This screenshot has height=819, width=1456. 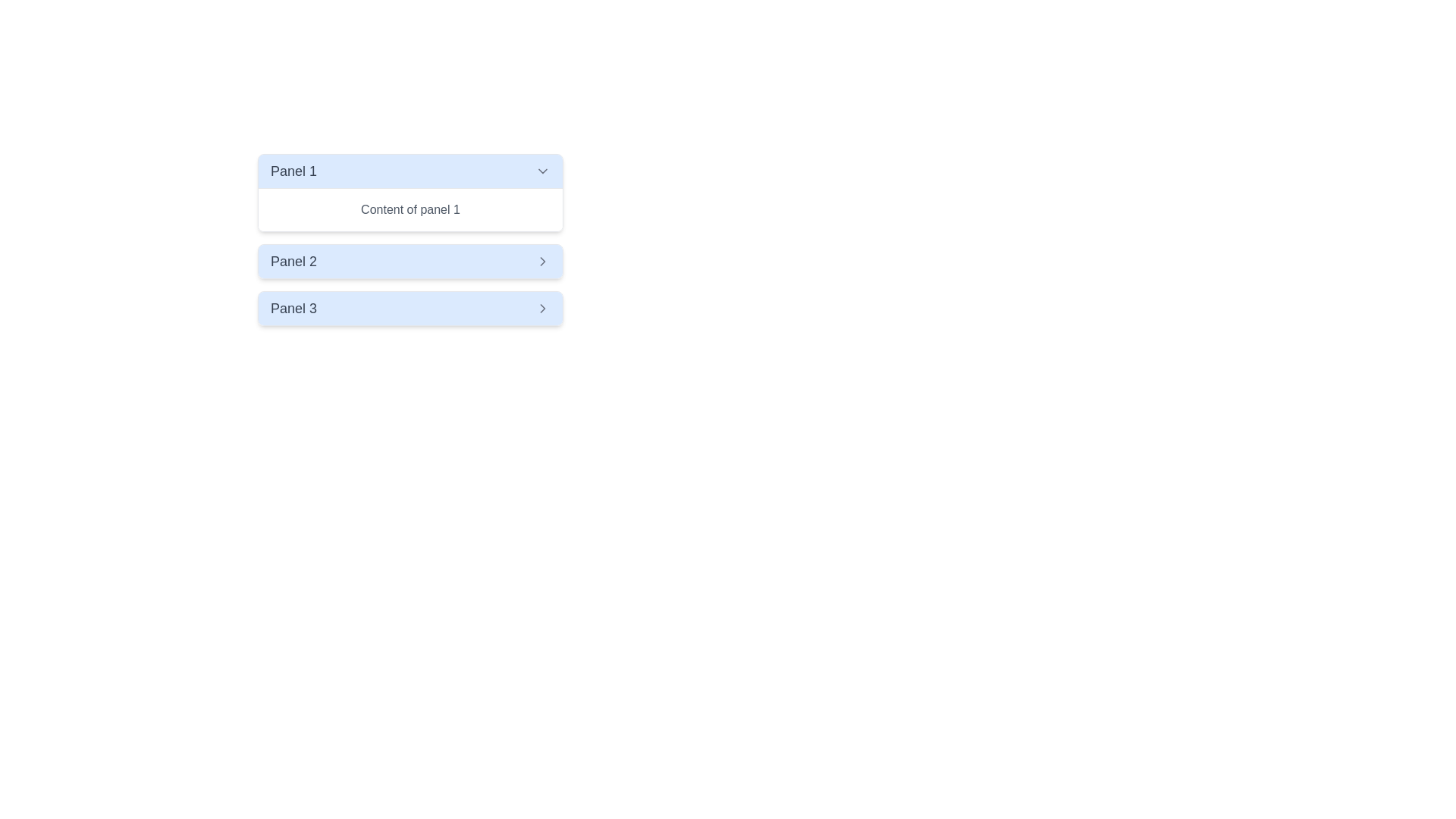 What do you see at coordinates (293, 171) in the screenshot?
I see `text label displaying 'Panel 1', which is styled in bold grey font and is part of the first panel's header` at bounding box center [293, 171].